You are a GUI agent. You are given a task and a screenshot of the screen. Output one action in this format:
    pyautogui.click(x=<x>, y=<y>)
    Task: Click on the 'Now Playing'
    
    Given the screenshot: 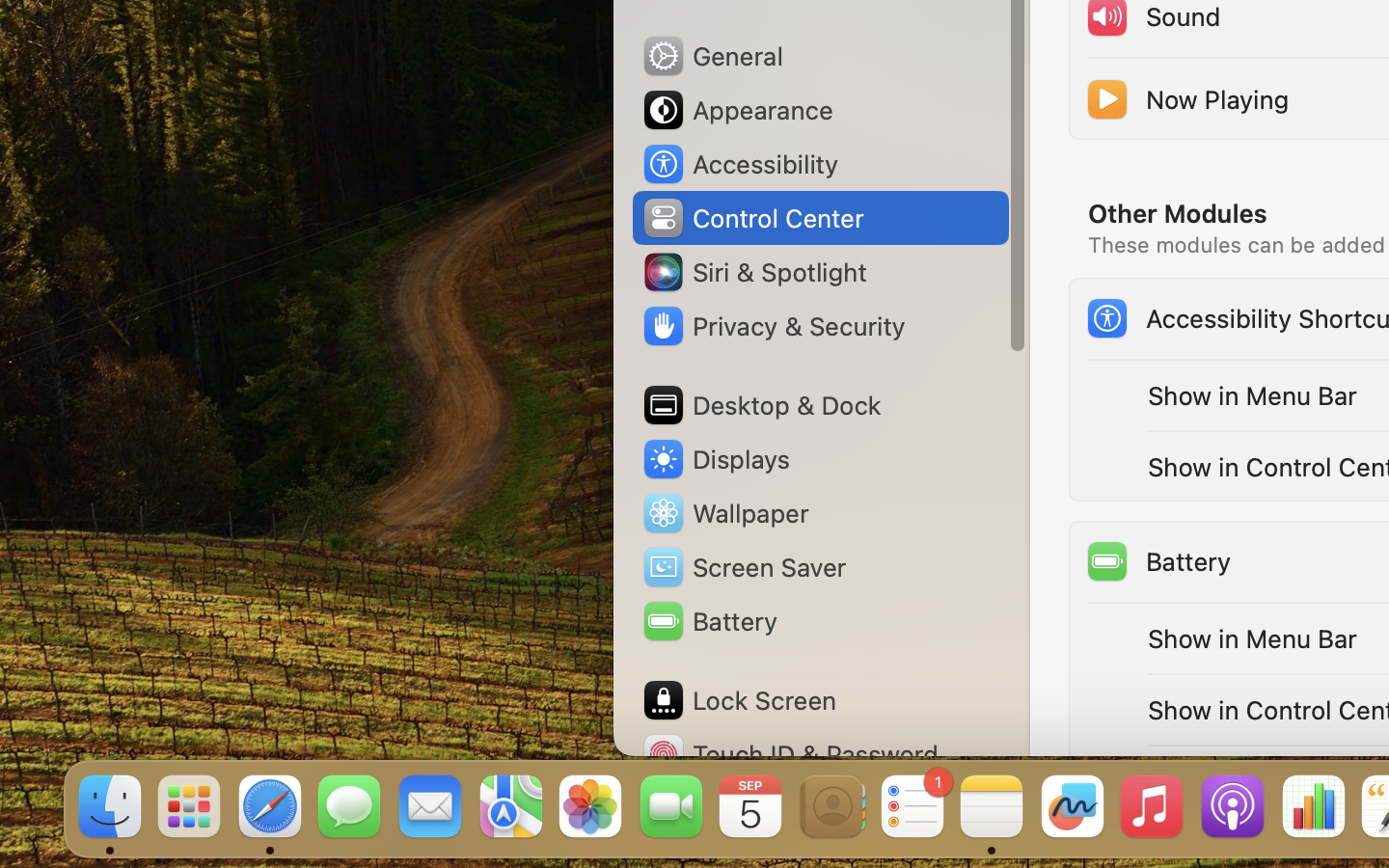 What is the action you would take?
    pyautogui.click(x=1185, y=96)
    